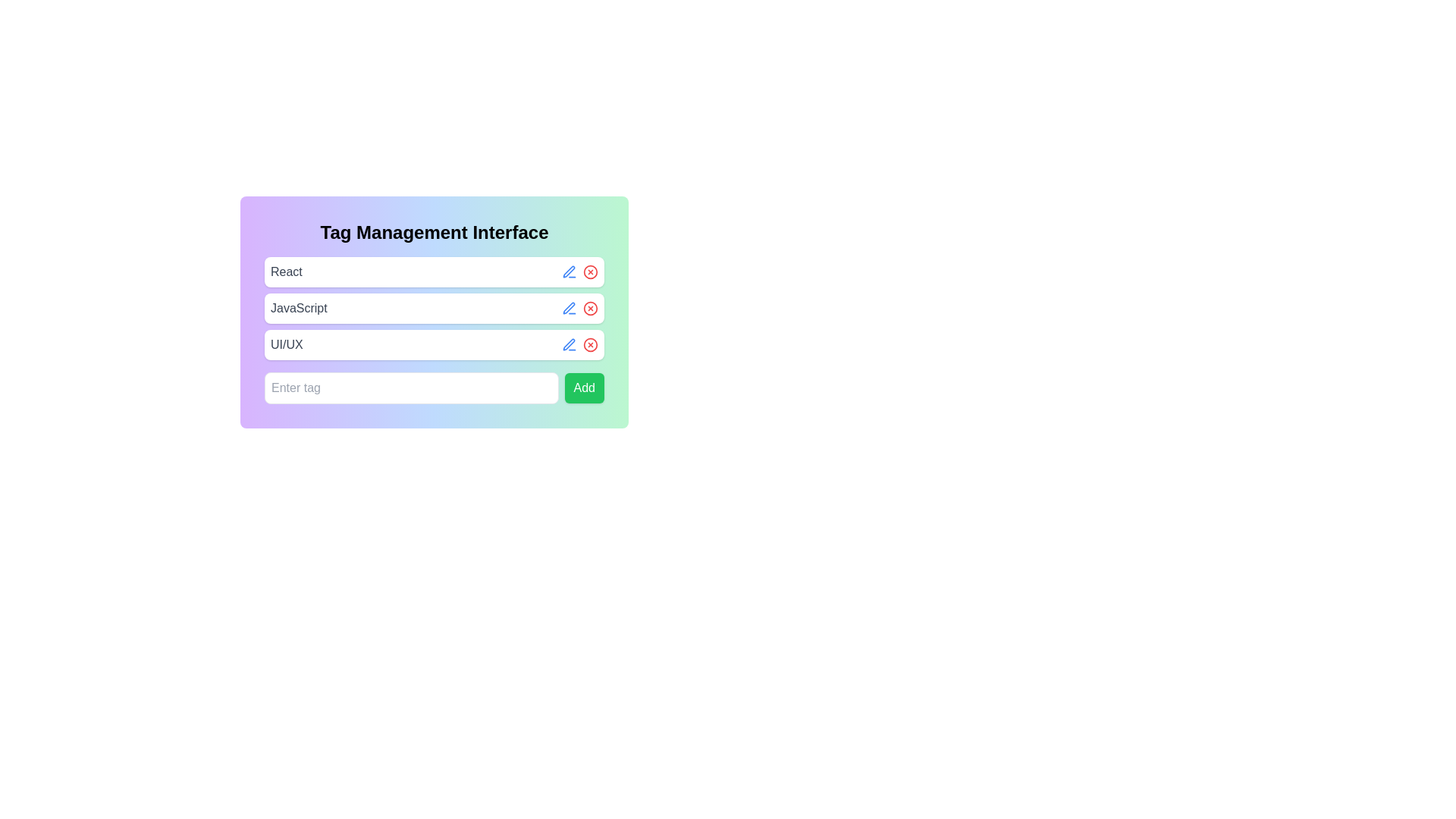 The width and height of the screenshot is (1456, 819). I want to click on the decorative icon element that is part of the crossed-out circle, located in the bottom-most row on the far right of the UI/UX tag list, so click(589, 345).